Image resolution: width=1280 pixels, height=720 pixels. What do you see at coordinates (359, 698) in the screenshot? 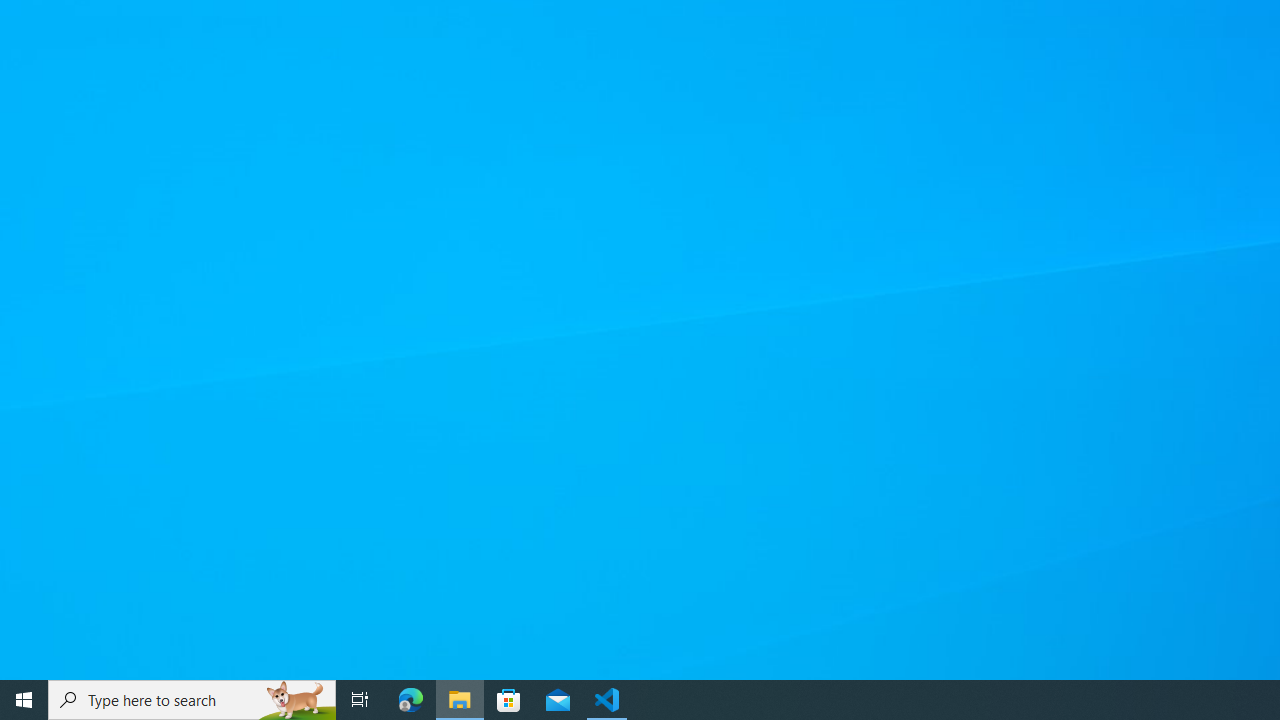
I see `'Task View'` at bounding box center [359, 698].